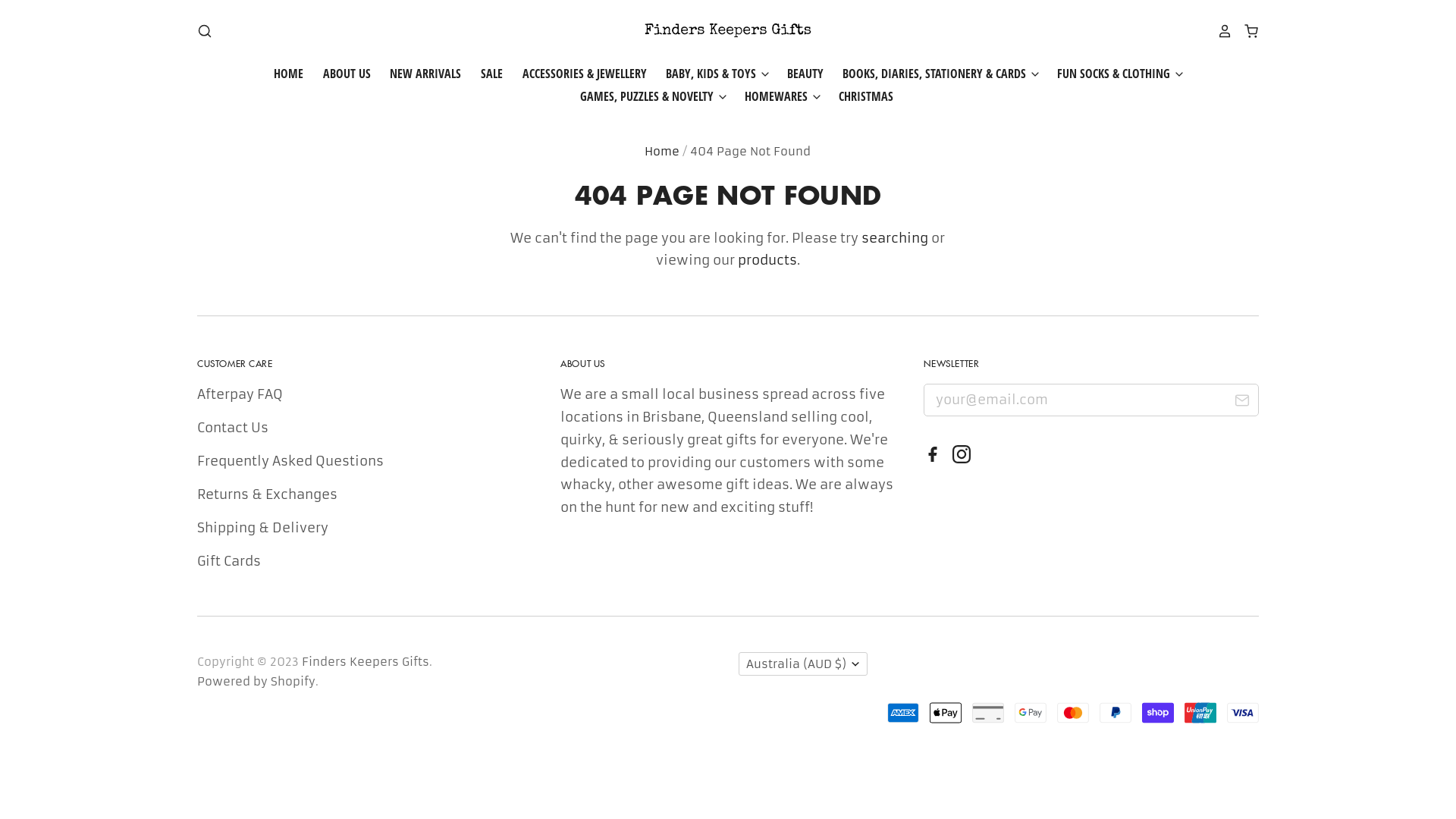 This screenshot has height=819, width=1456. Describe the element at coordinates (802, 663) in the screenshot. I see `'Australia (AUD $)'` at that location.